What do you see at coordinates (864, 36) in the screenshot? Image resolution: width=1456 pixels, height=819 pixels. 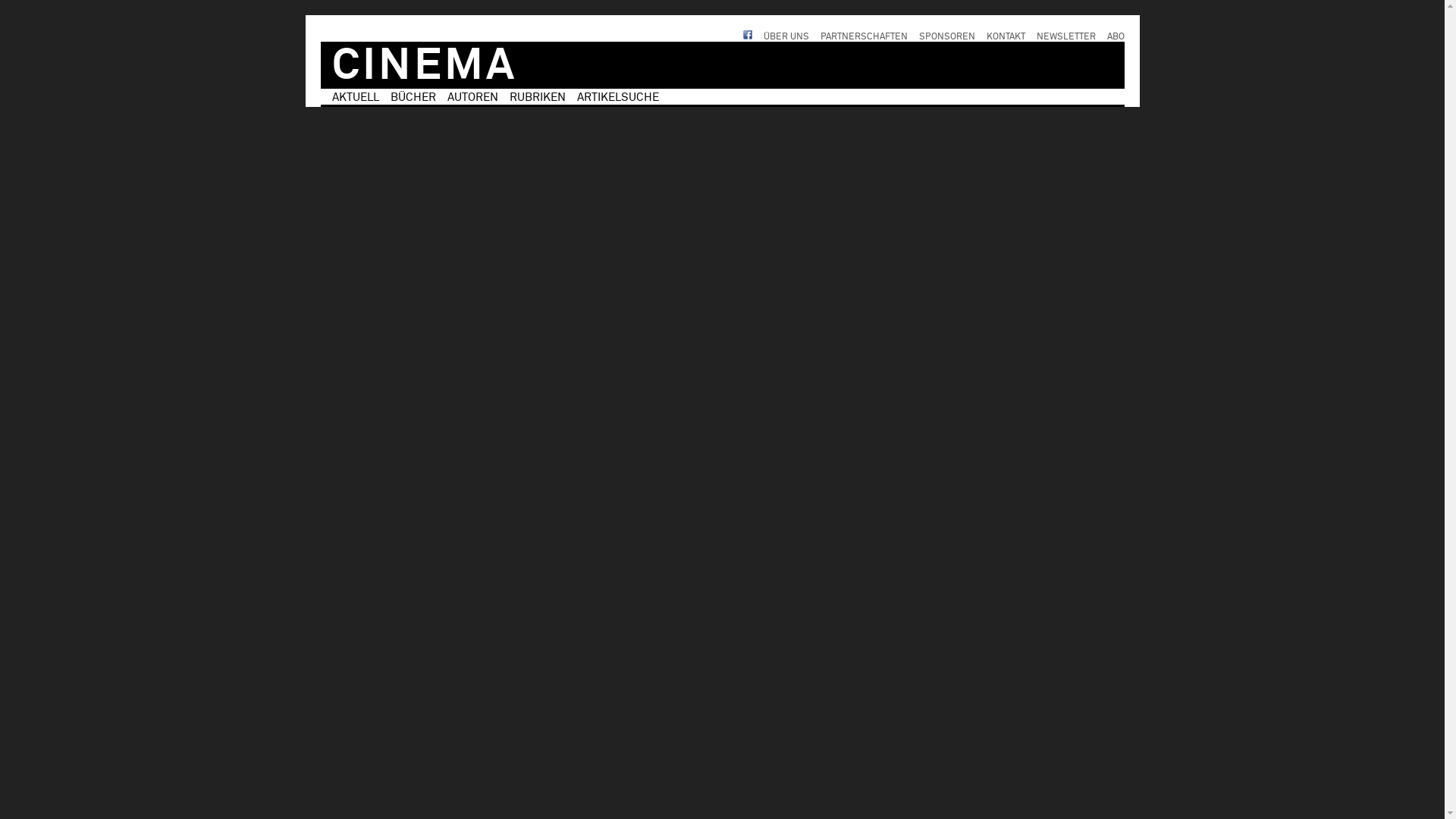 I see `'PARTNERSCHAFTEN'` at bounding box center [864, 36].